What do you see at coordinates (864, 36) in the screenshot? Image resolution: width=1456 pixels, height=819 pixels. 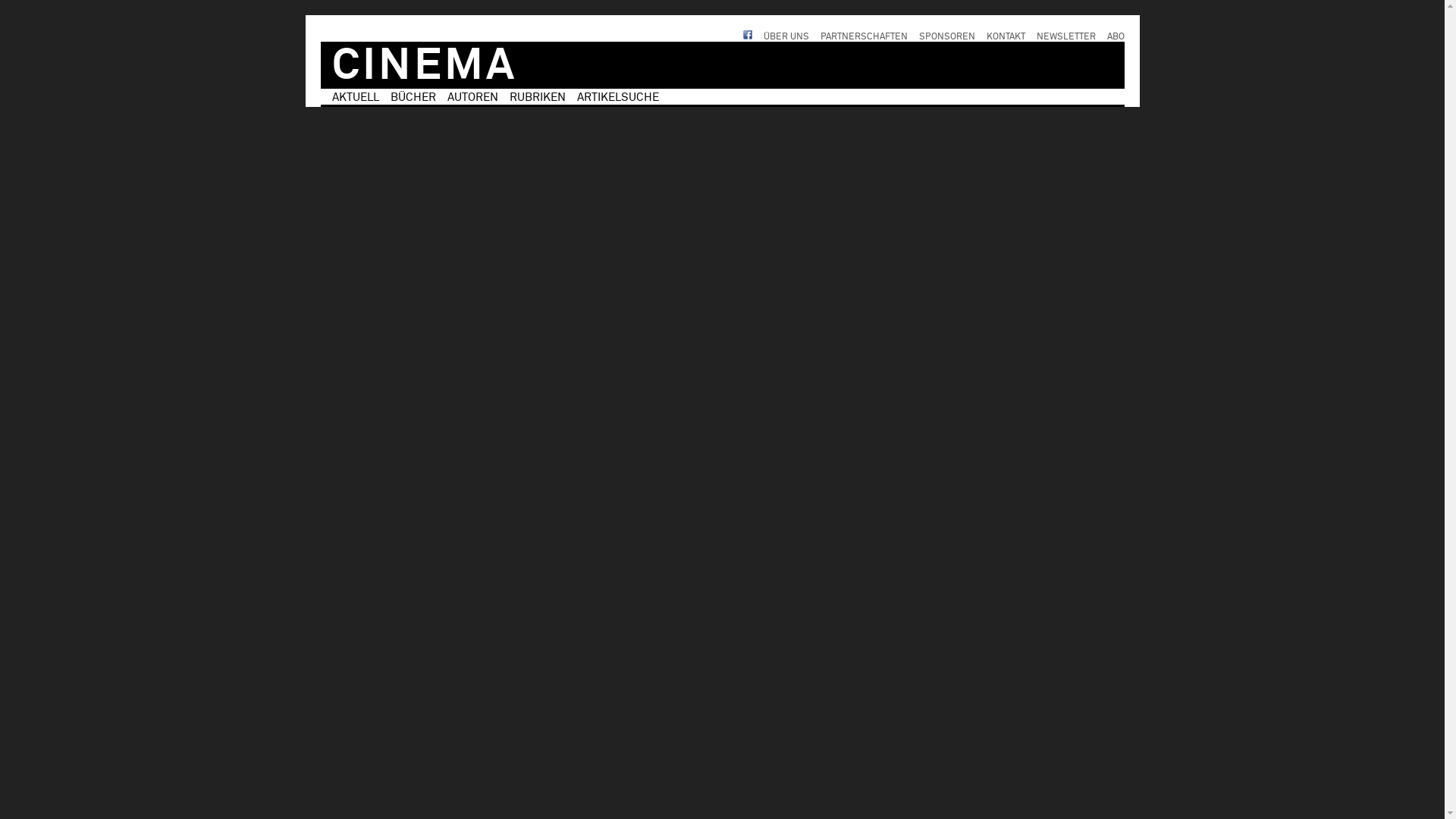 I see `'PARTNERSCHAFTEN'` at bounding box center [864, 36].